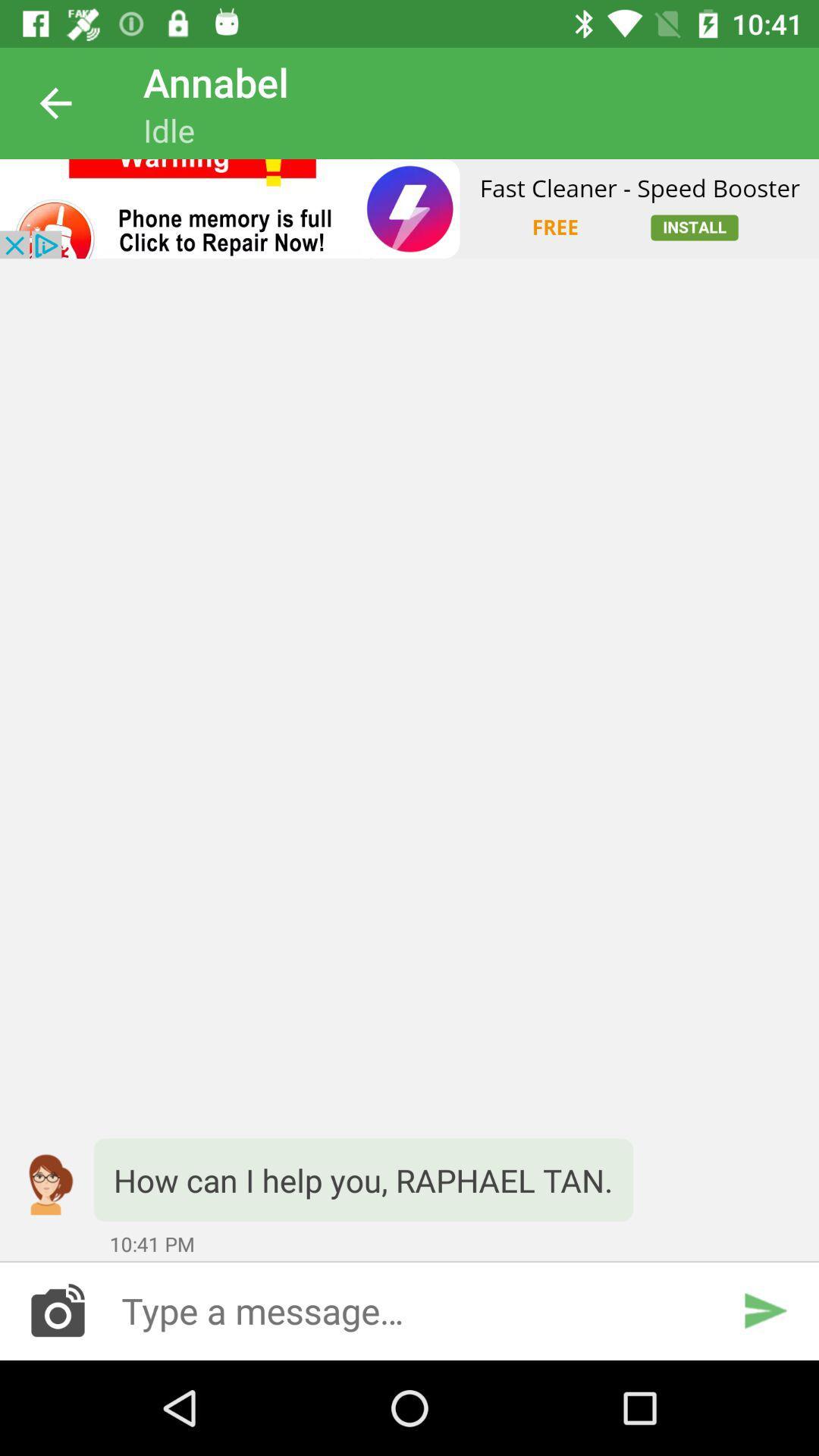 The image size is (819, 1456). I want to click on send message, so click(764, 1310).